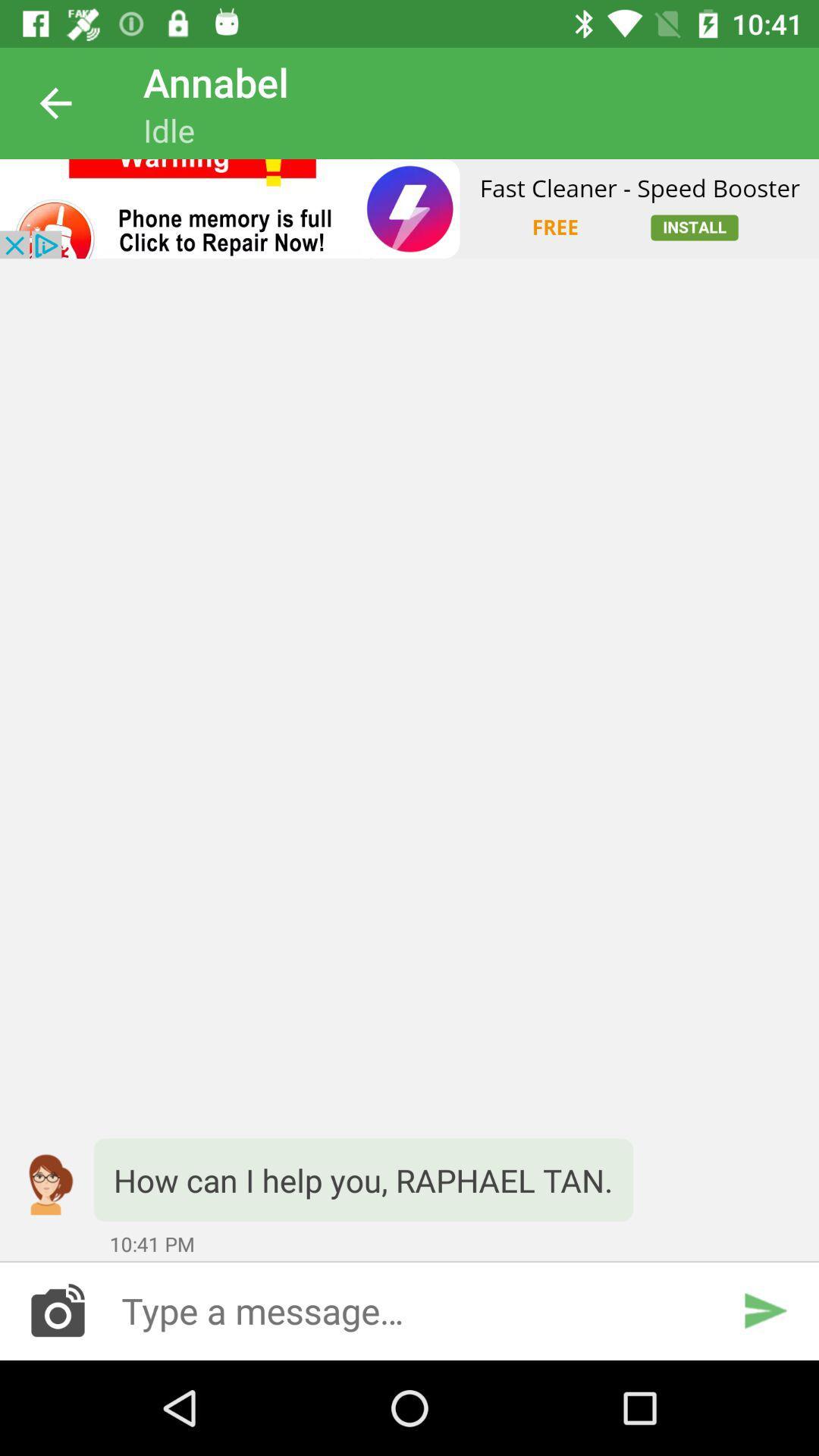 The image size is (819, 1456). I want to click on send message, so click(764, 1310).